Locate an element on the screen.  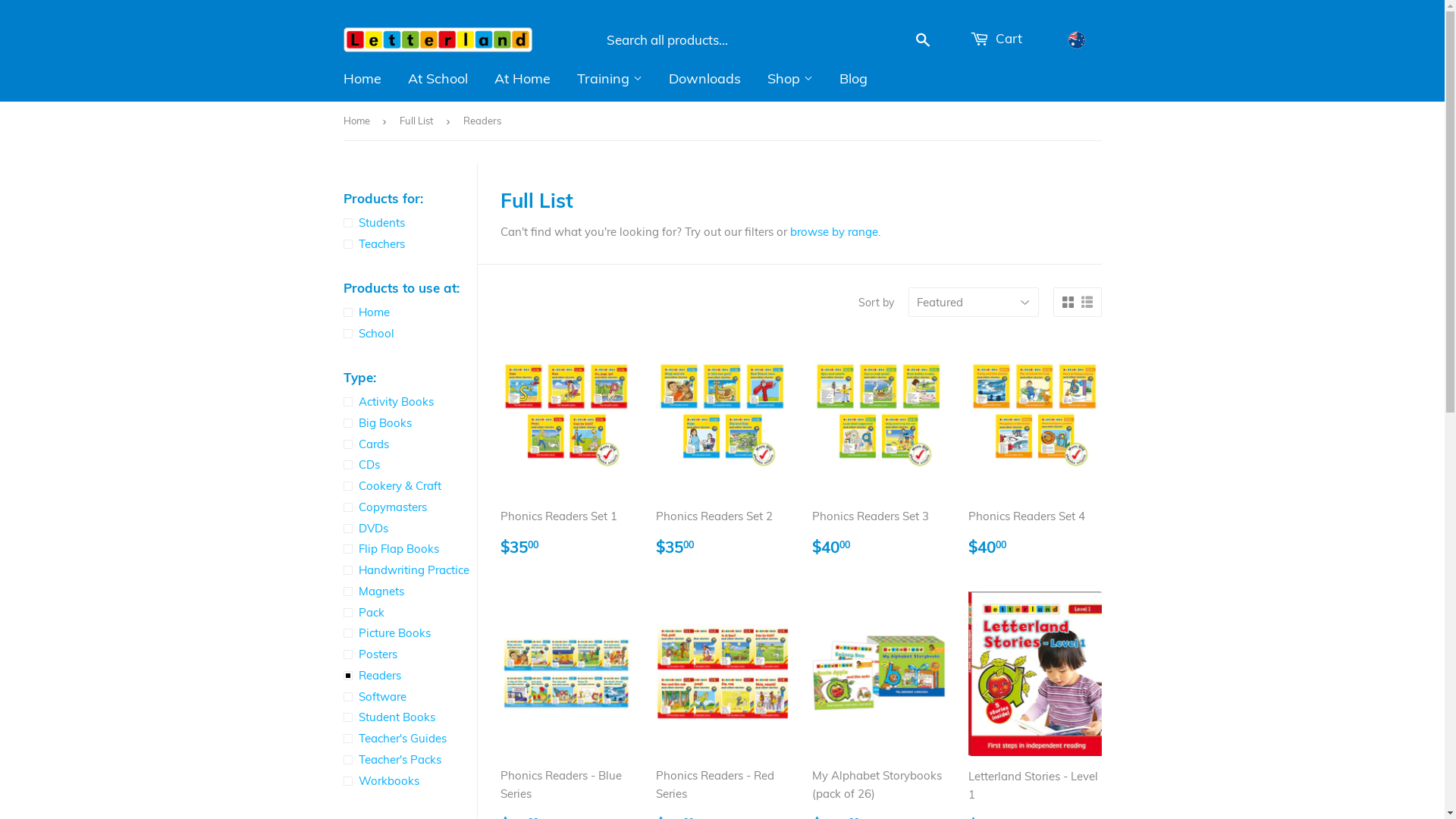
'At Home' is located at coordinates (521, 79).